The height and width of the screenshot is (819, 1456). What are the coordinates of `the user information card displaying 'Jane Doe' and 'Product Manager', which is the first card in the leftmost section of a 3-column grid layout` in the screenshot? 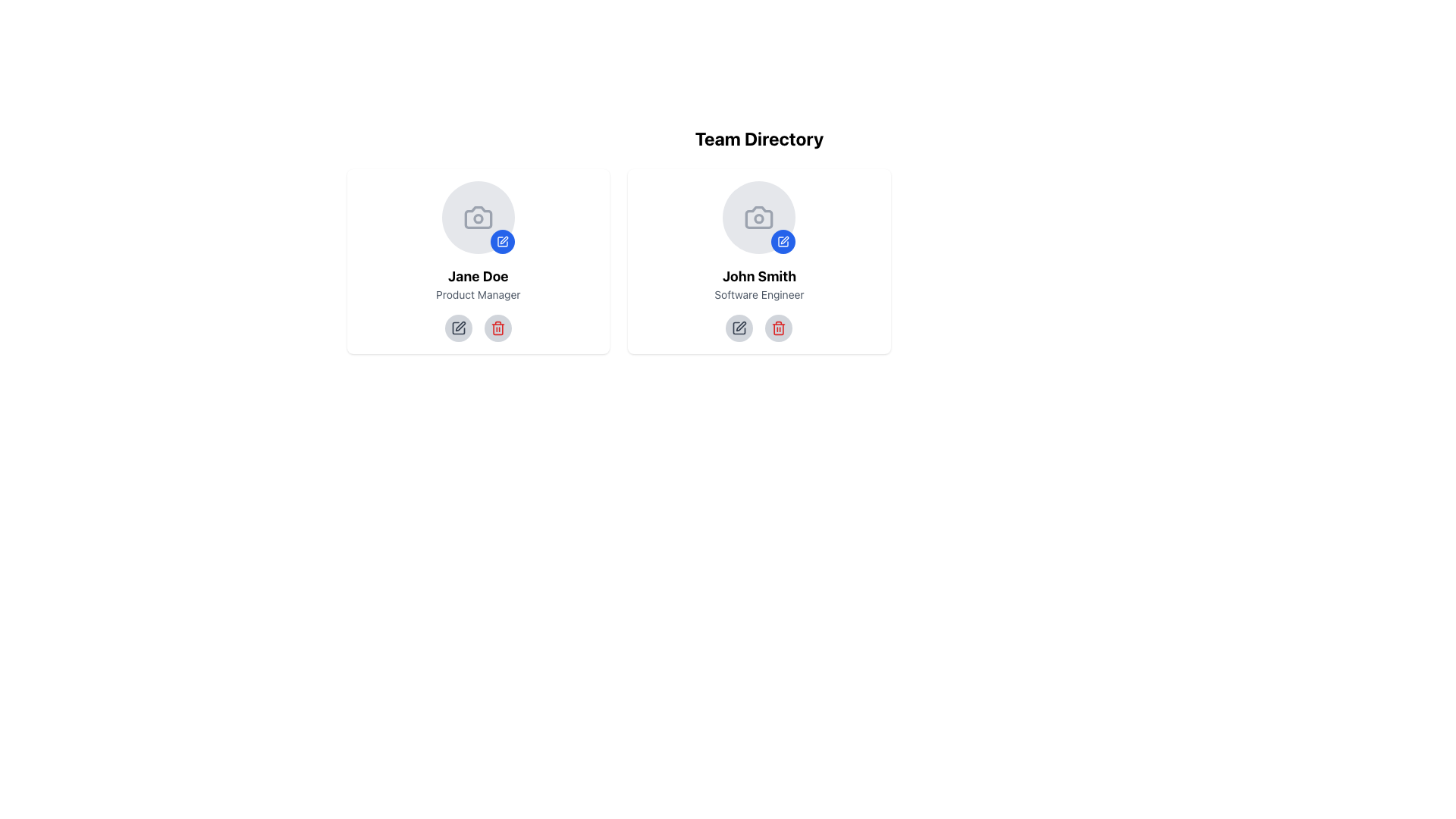 It's located at (477, 260).